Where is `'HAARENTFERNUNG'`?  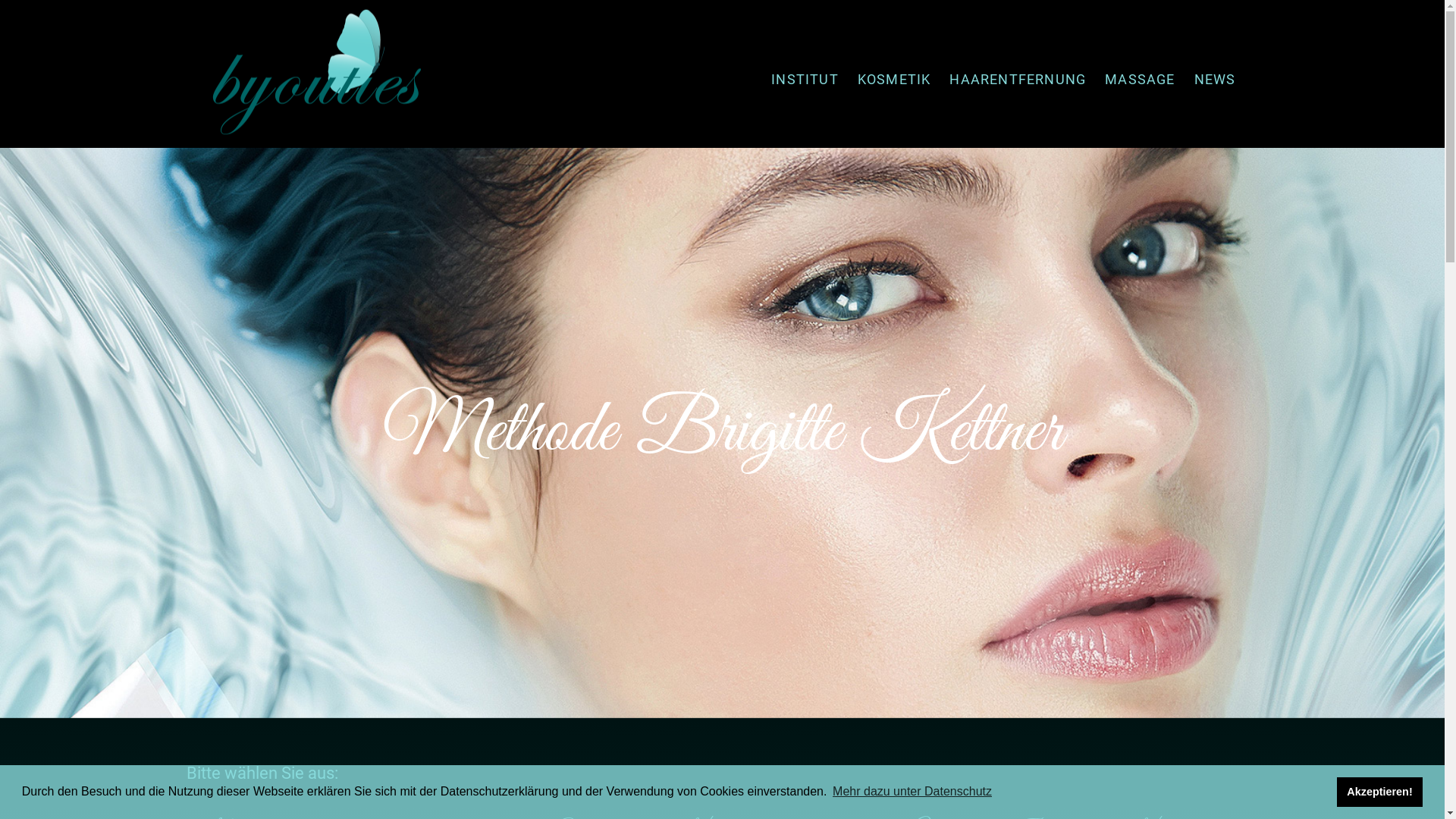
'HAARENTFERNUNG' is located at coordinates (1018, 79).